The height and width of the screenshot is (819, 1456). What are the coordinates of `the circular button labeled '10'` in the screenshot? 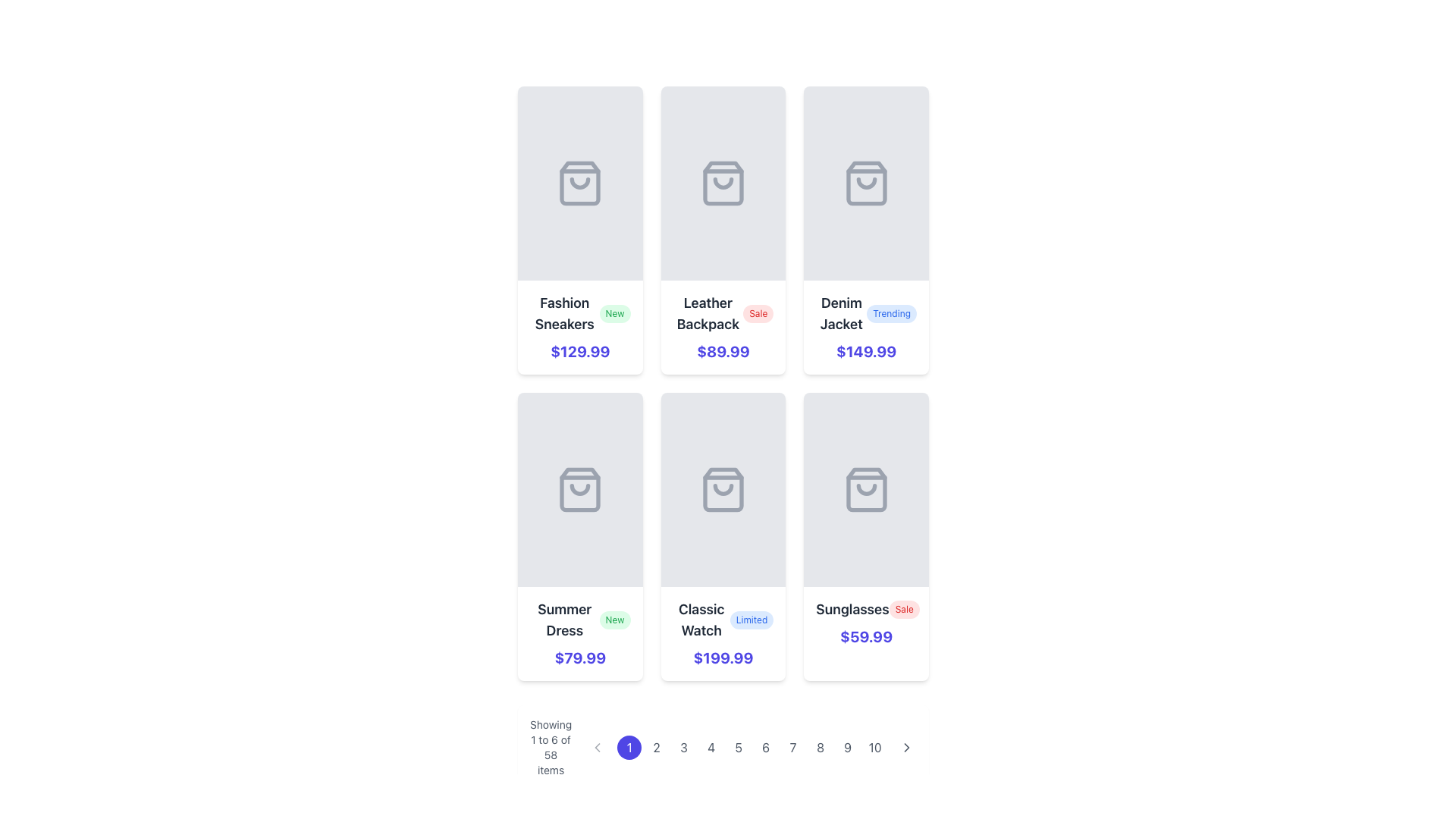 It's located at (875, 747).